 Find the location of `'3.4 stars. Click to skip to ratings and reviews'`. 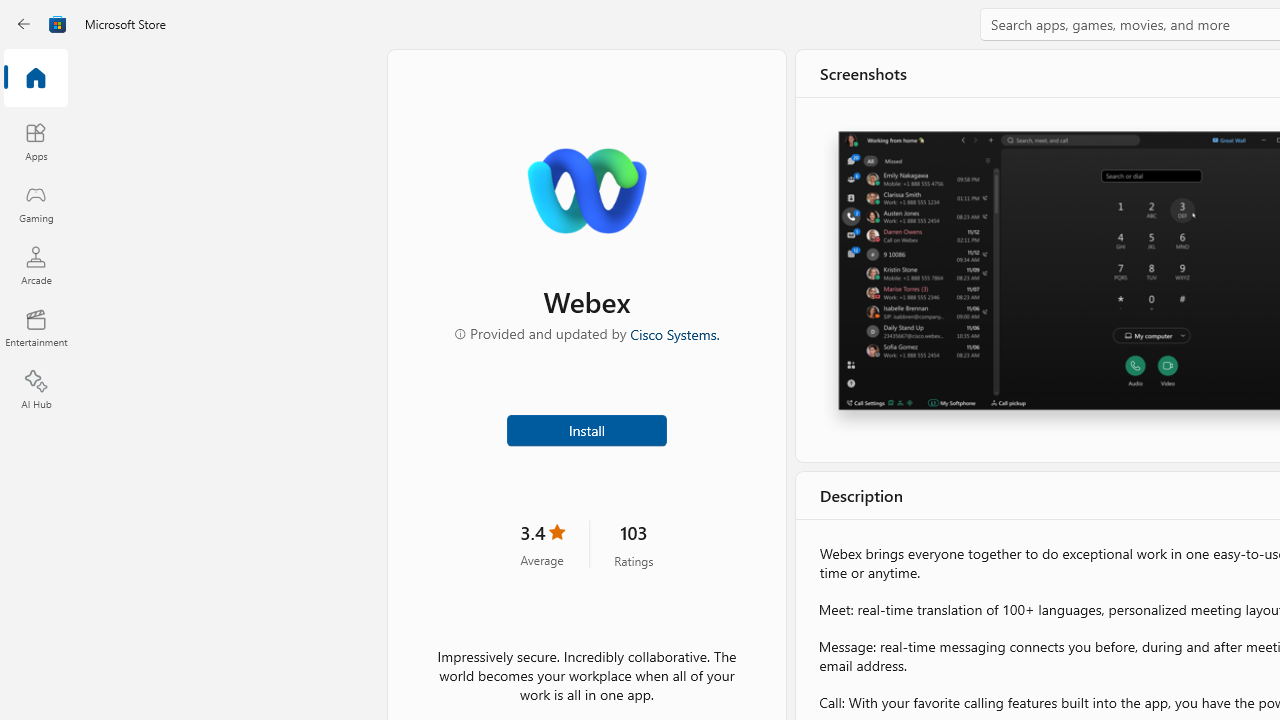

'3.4 stars. Click to skip to ratings and reviews' is located at coordinates (542, 543).